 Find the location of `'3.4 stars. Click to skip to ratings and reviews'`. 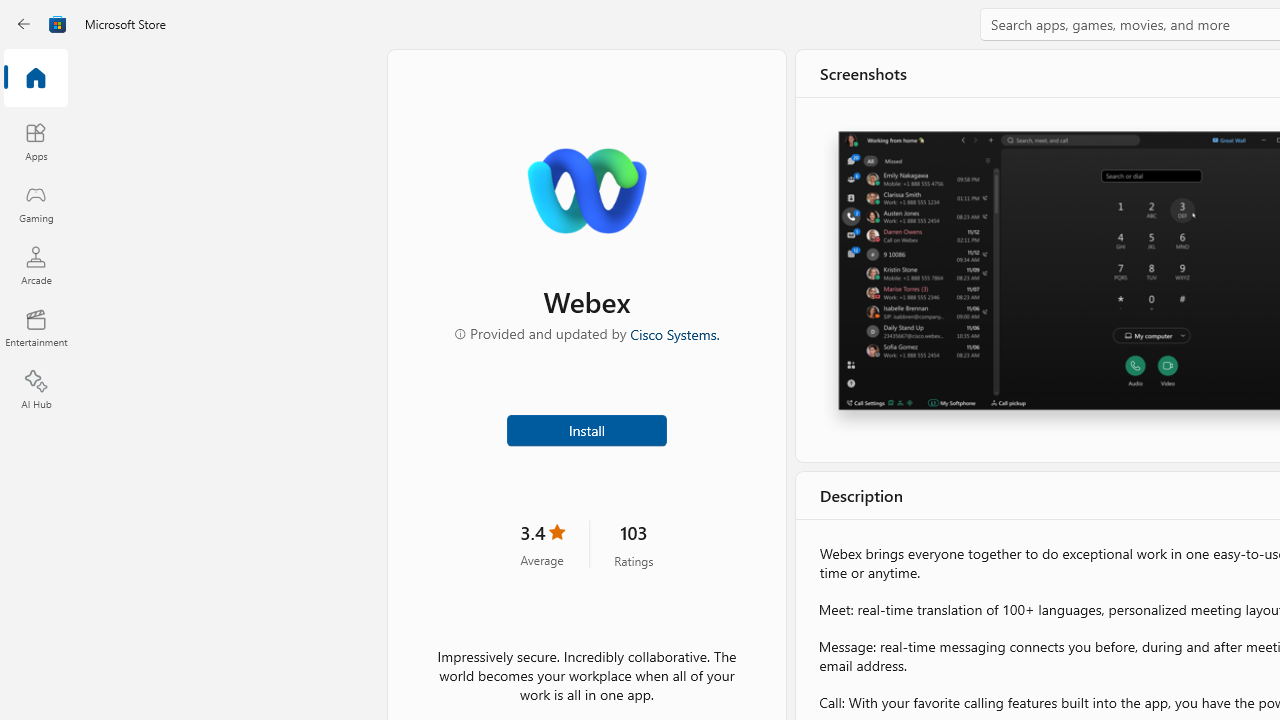

'3.4 stars. Click to skip to ratings and reviews' is located at coordinates (542, 543).